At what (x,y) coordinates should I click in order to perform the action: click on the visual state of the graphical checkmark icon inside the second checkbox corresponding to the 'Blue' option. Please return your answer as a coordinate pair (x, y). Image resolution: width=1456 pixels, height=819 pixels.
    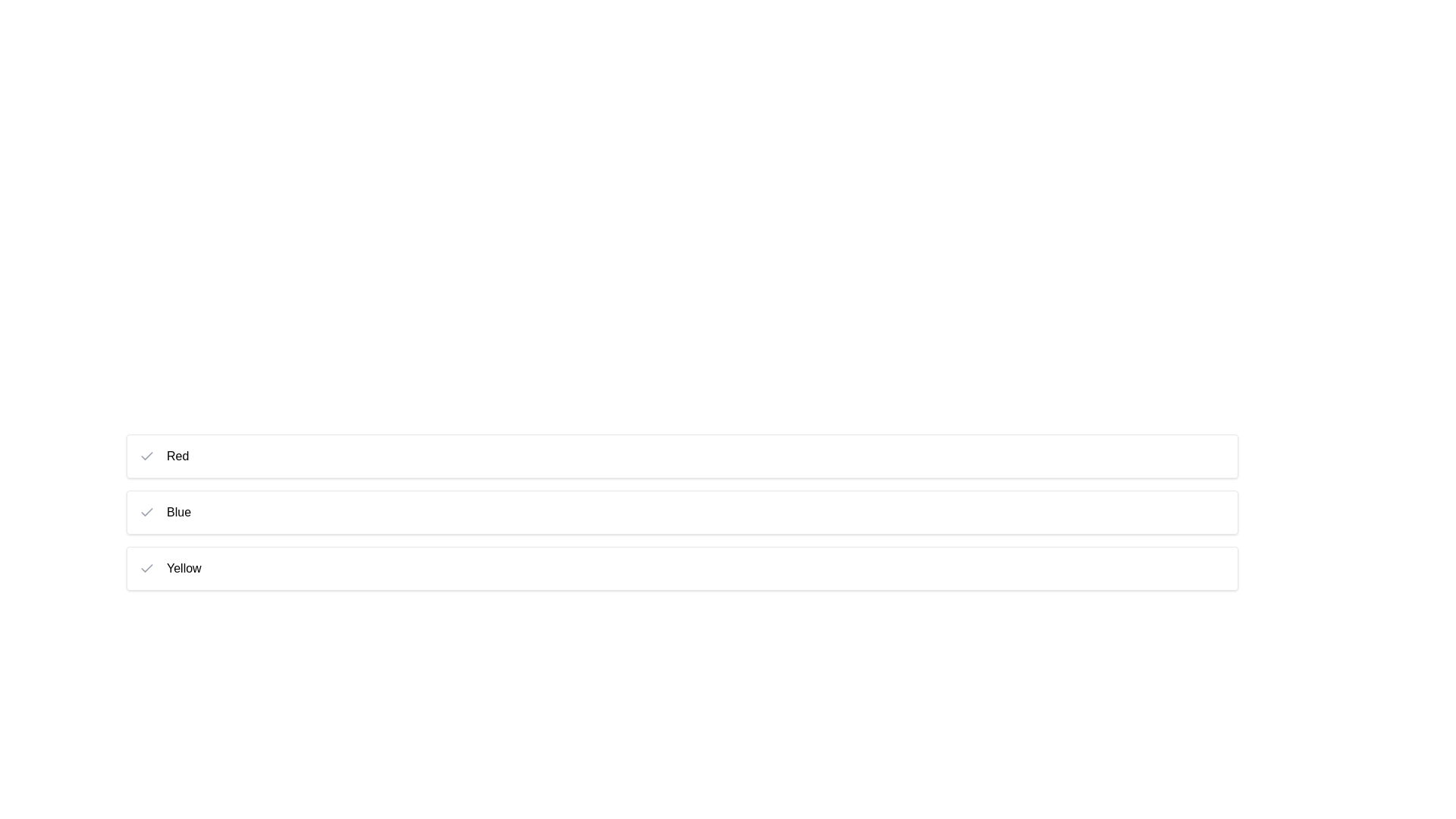
    Looking at the image, I should click on (146, 512).